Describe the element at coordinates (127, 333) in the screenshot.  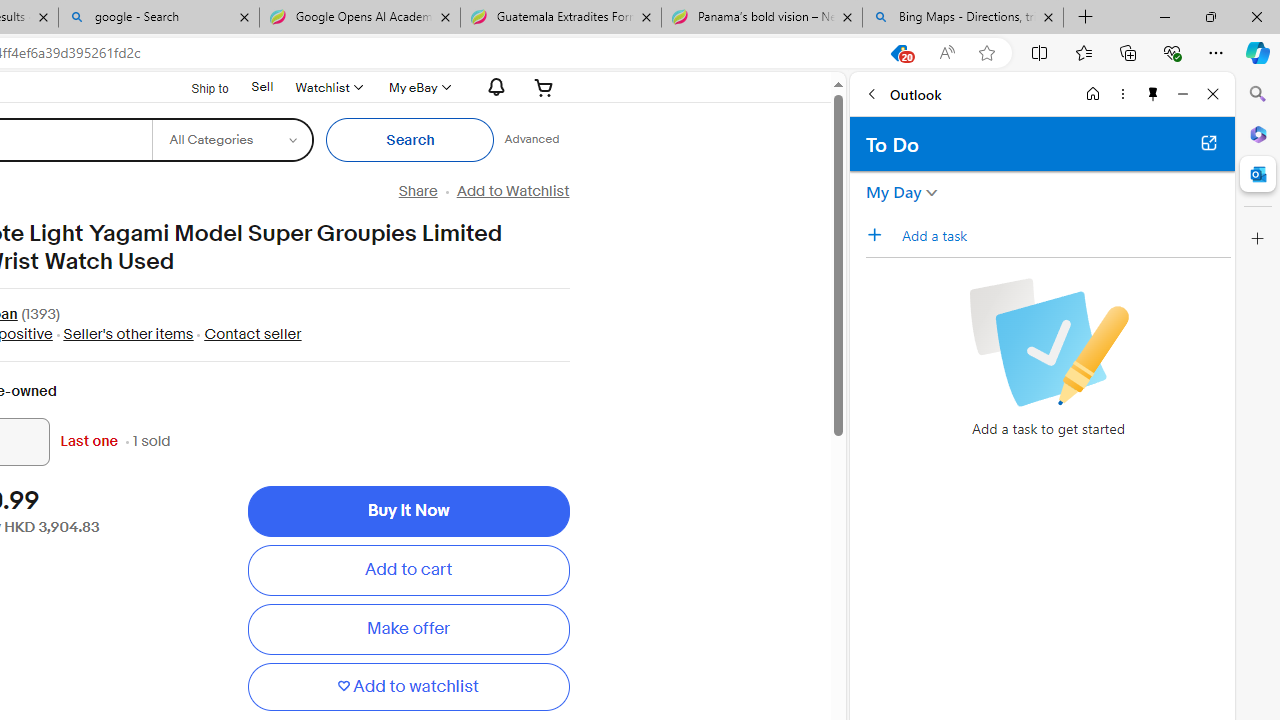
I see `'Seller'` at that location.